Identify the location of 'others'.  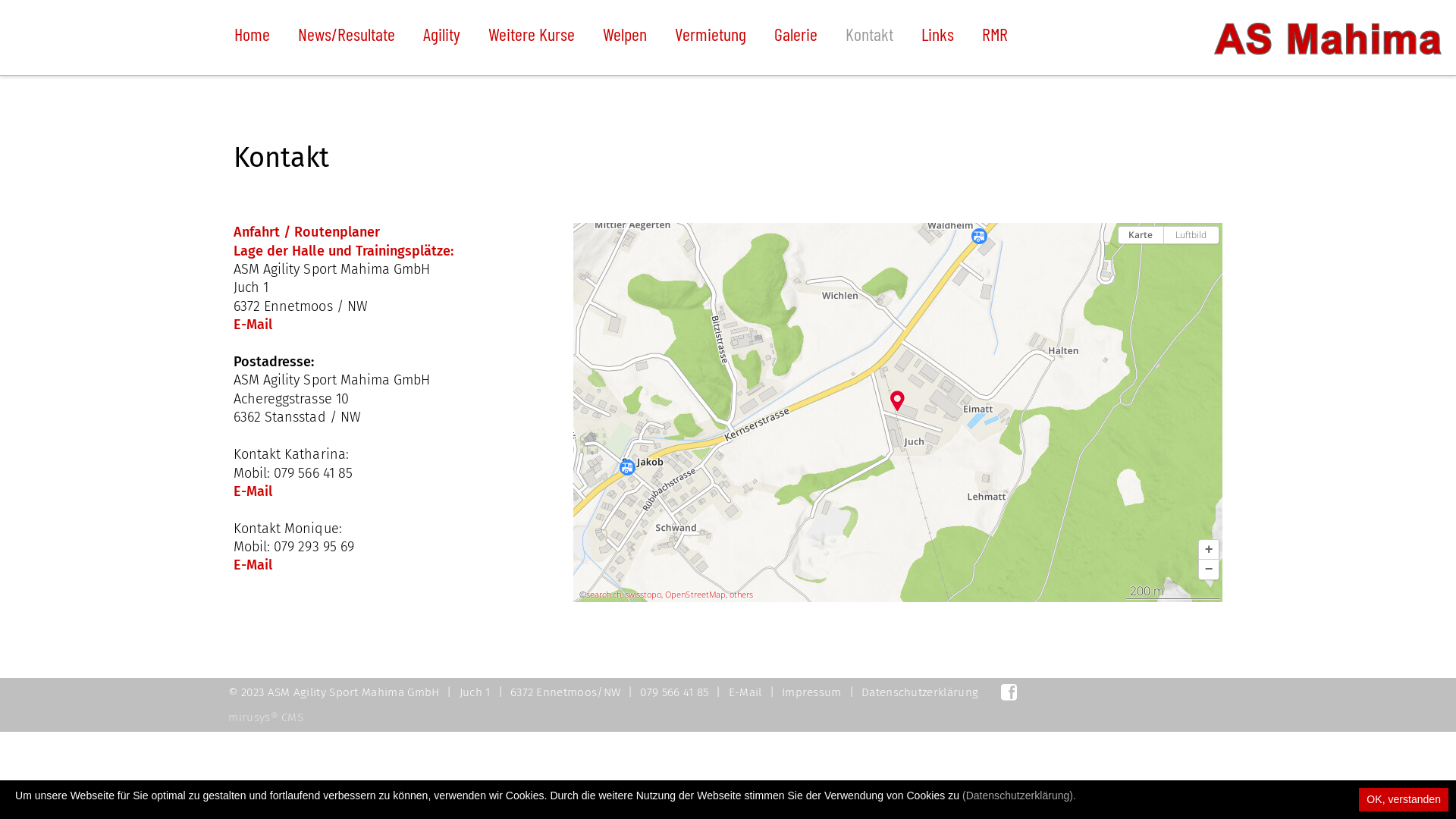
(741, 593).